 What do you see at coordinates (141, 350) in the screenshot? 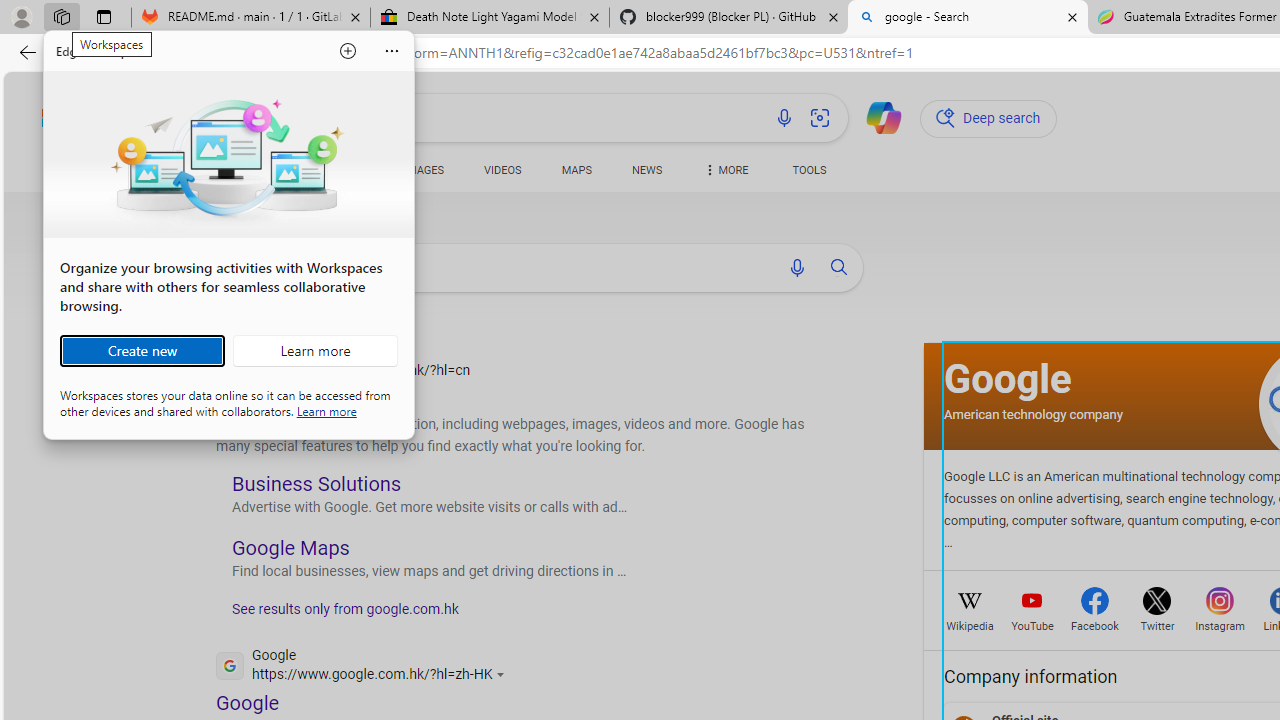
I see `'Create new workspace'` at bounding box center [141, 350].